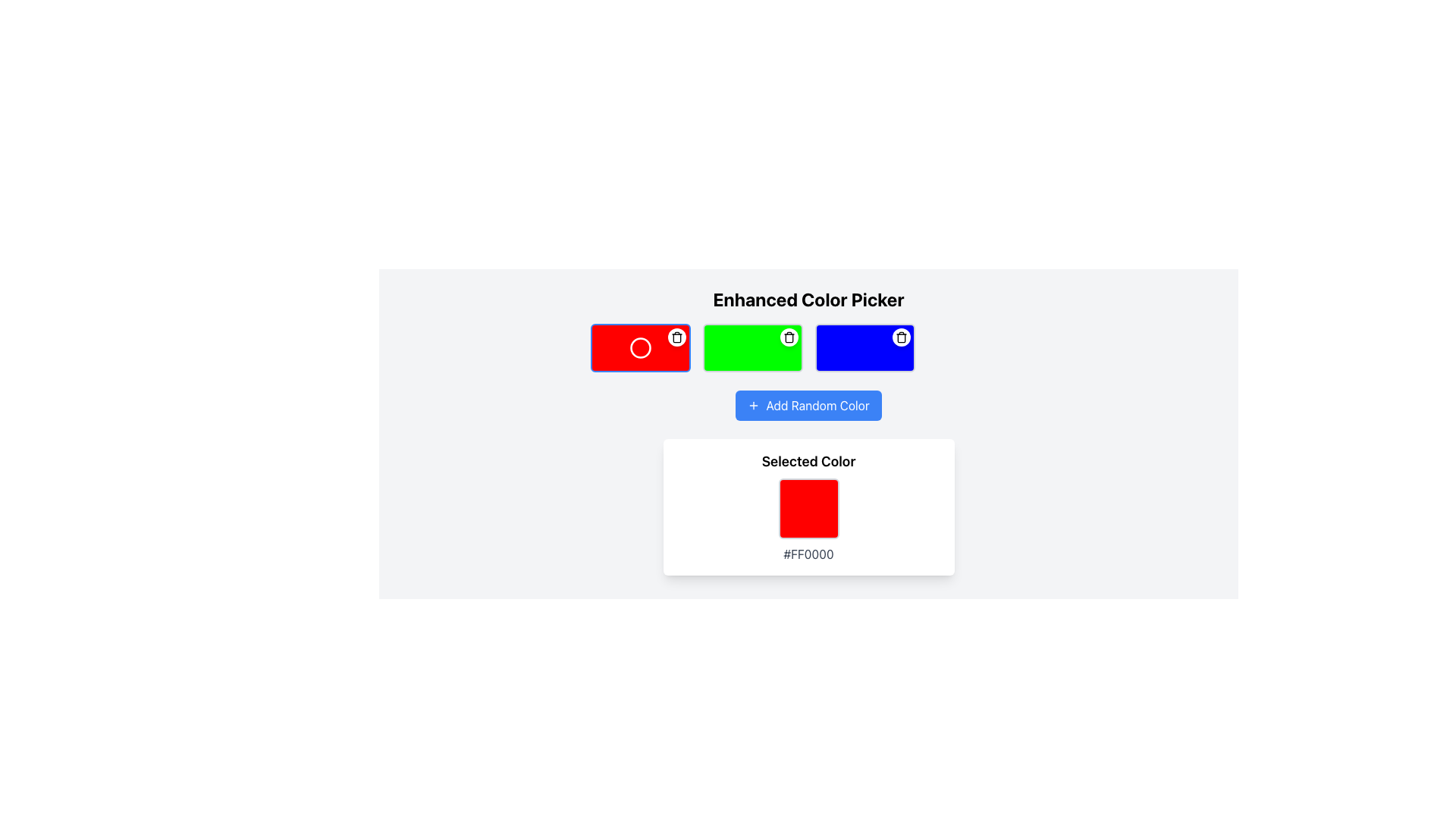 The image size is (1456, 819). I want to click on the circular delete button with a trash can icon located in the top-right corner of the green card-like component, so click(789, 336).